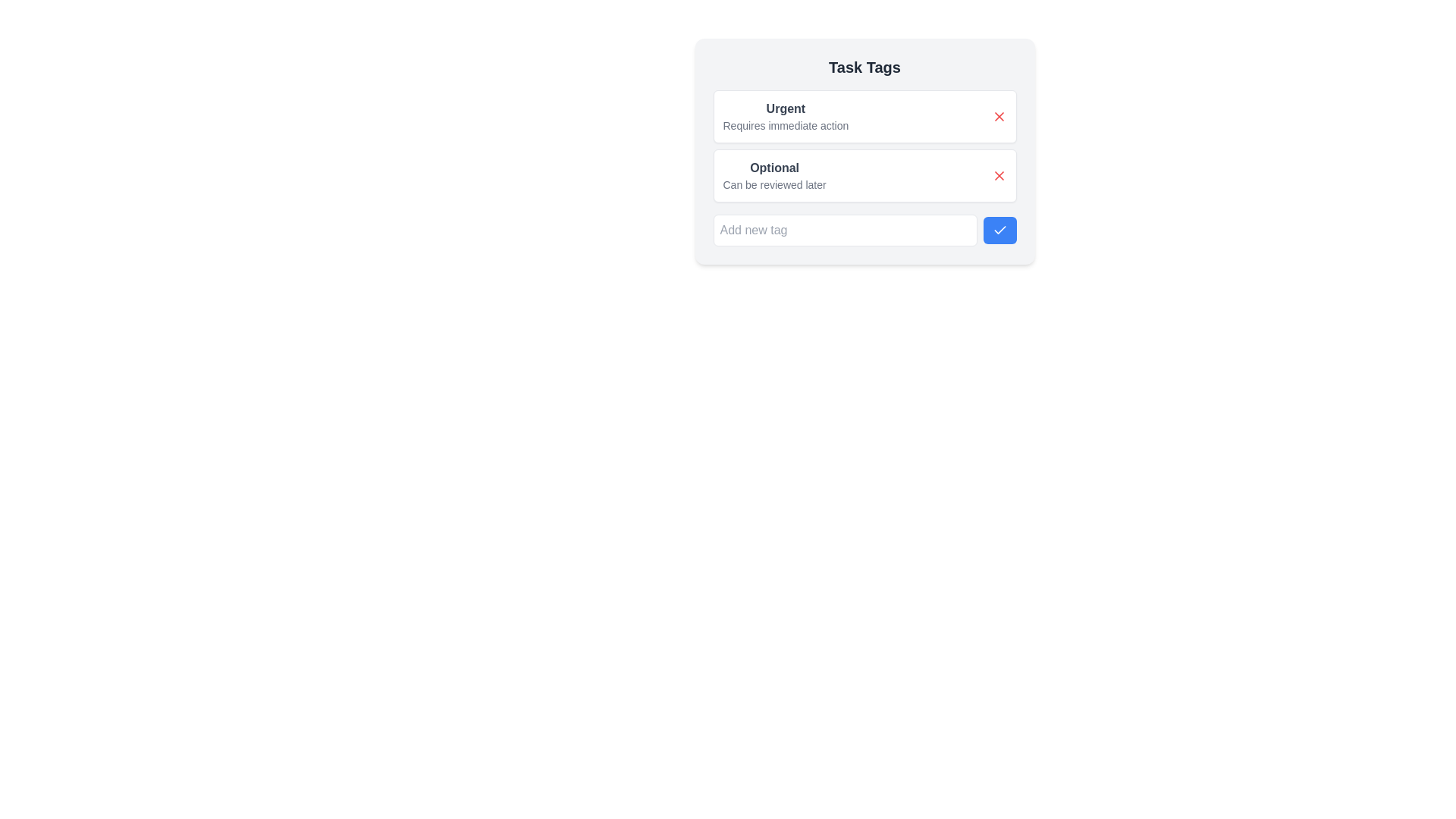 The image size is (1456, 819). What do you see at coordinates (786, 108) in the screenshot?
I see `the Text label indicating the urgency of the associated task, which is located at the top of the 'Task Tags' card and above the description 'Requires immediate action'` at bounding box center [786, 108].